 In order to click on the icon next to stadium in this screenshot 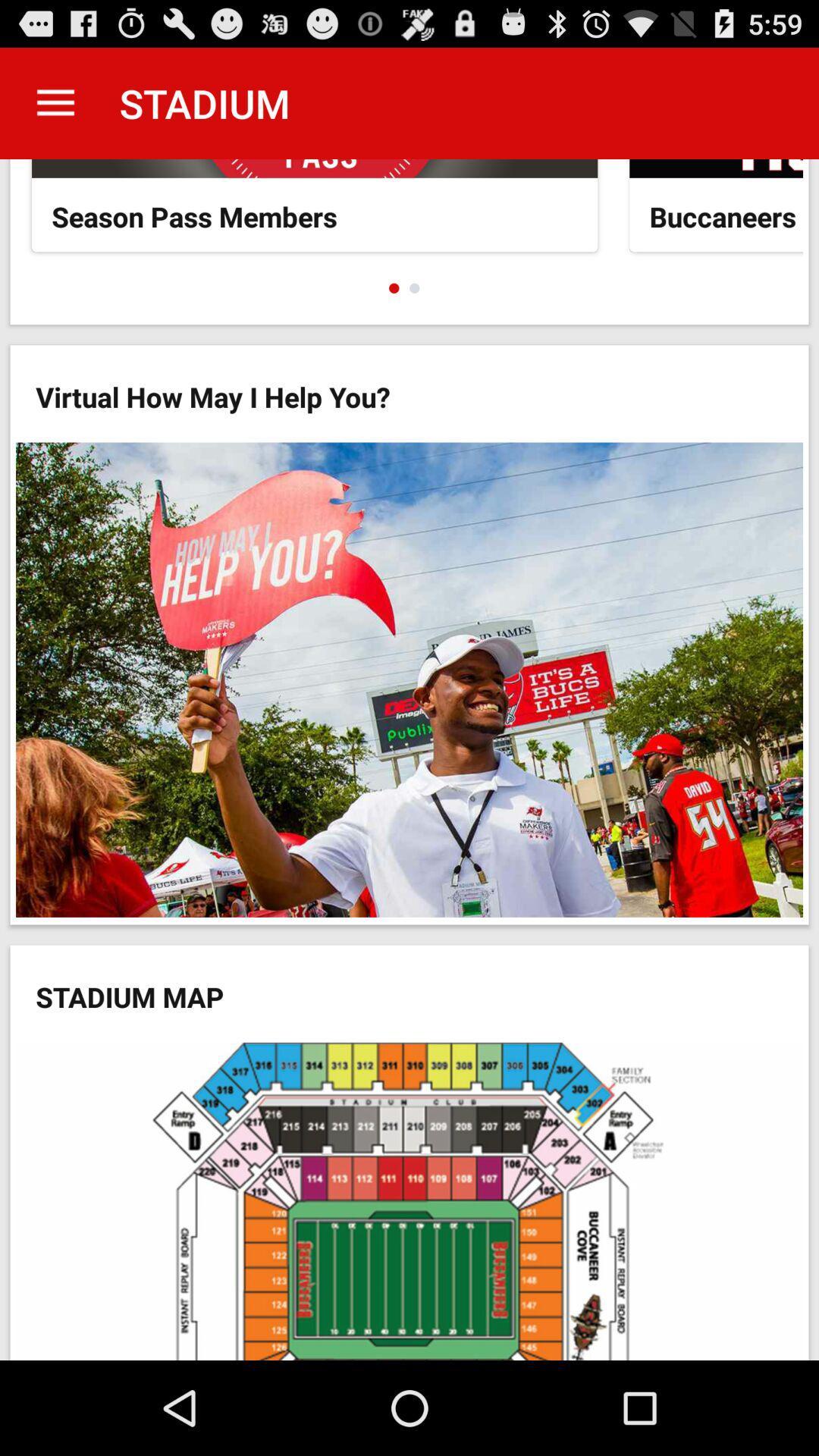, I will do `click(55, 102)`.